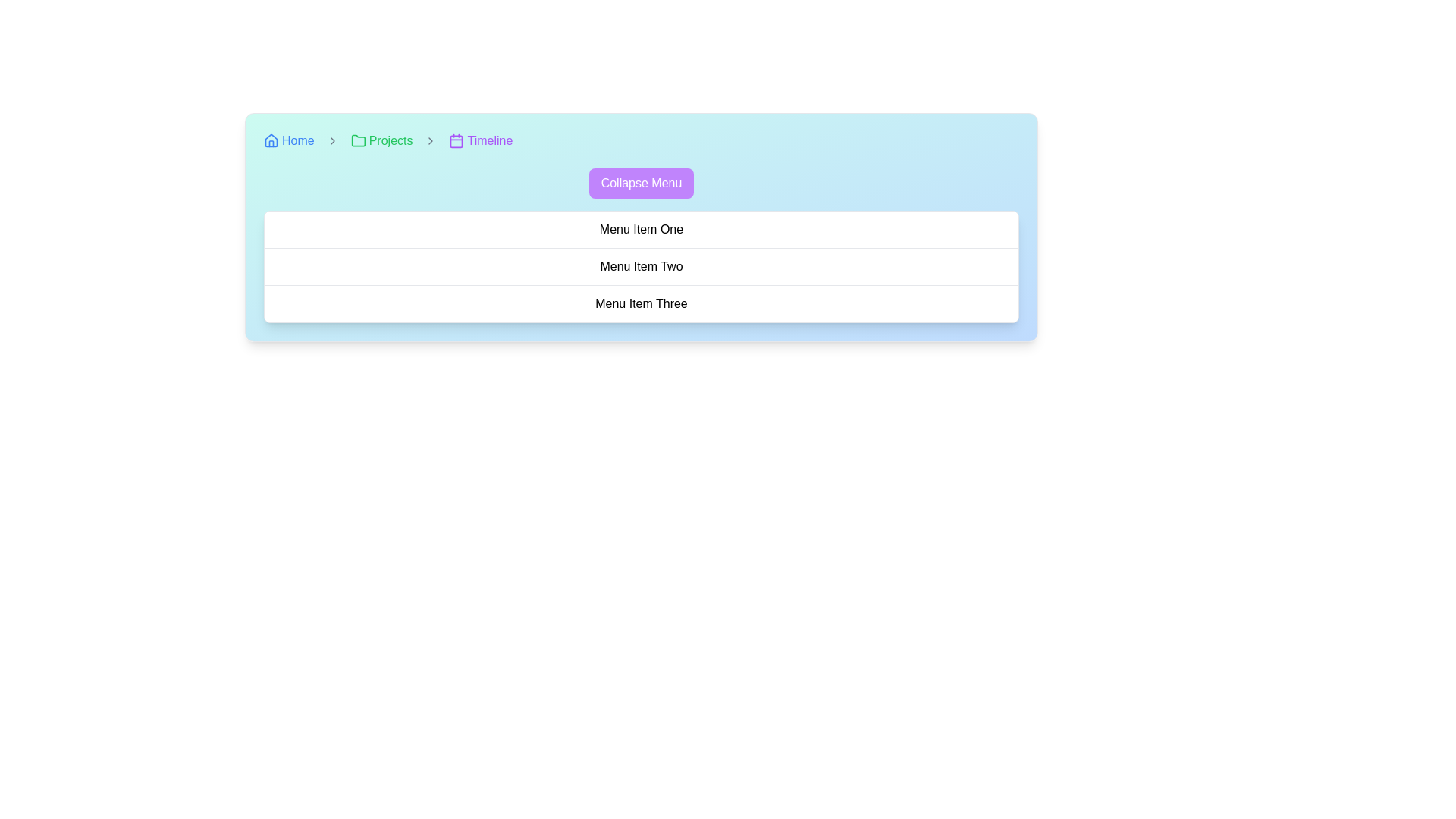  Describe the element at coordinates (480, 140) in the screenshot. I see `the 'Timeline' text label with the calendar icon located in the breadcrumbs navigation bar at the top of the page` at that location.